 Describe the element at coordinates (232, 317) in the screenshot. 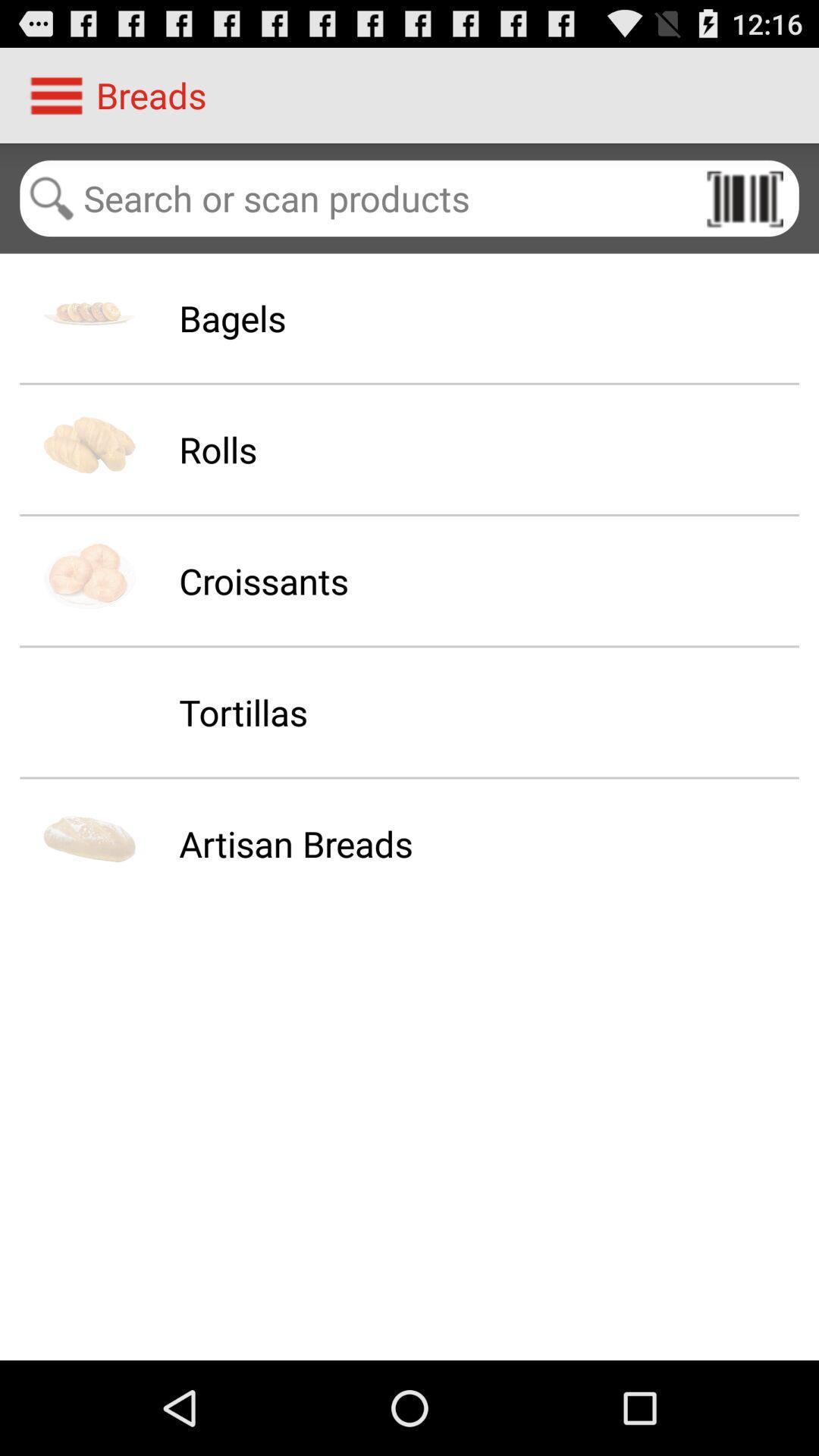

I see `the app above the rolls` at that location.